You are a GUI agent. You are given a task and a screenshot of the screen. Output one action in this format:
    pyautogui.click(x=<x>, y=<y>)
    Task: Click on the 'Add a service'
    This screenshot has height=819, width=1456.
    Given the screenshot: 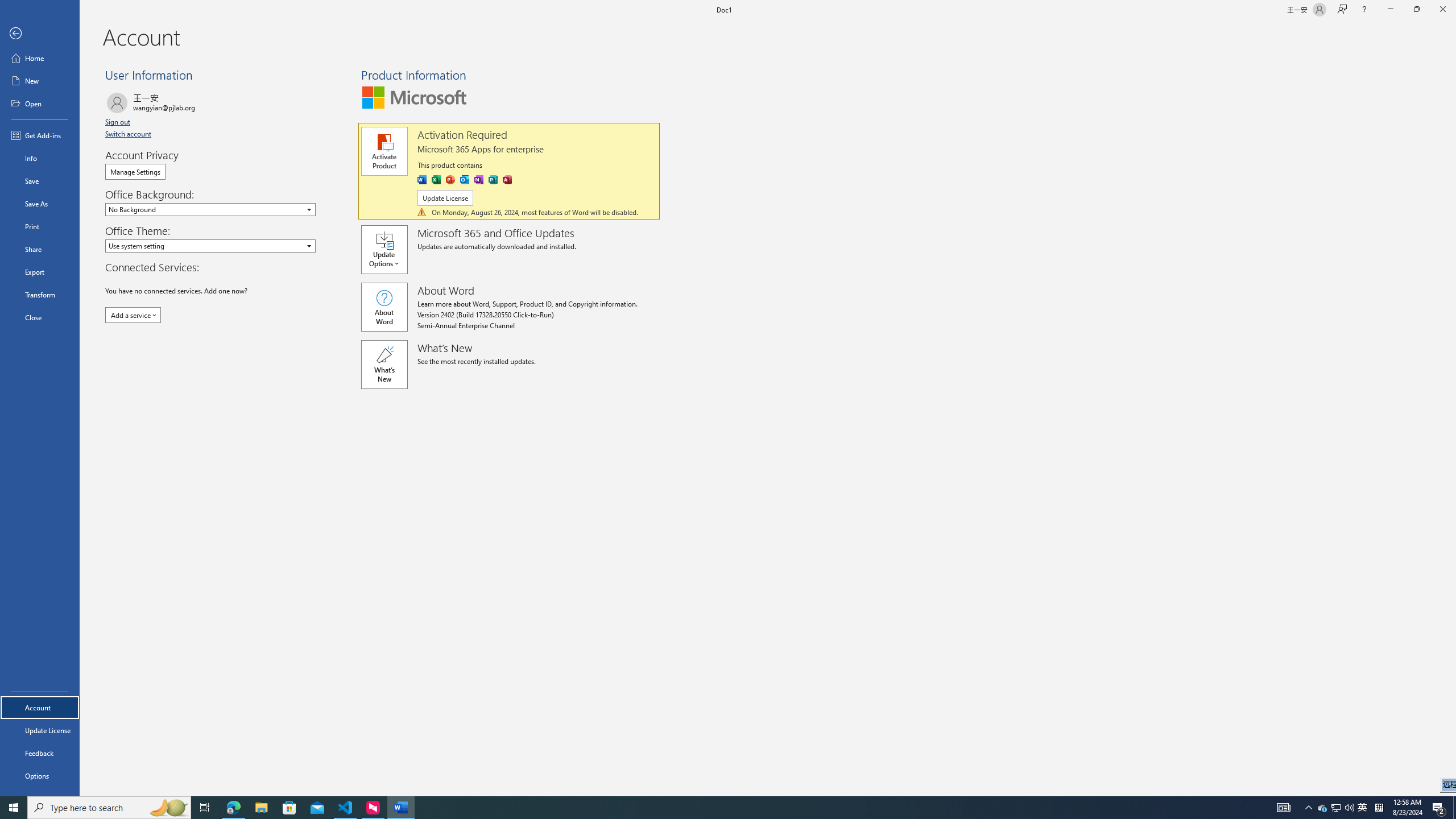 What is the action you would take?
    pyautogui.click(x=133, y=314)
    